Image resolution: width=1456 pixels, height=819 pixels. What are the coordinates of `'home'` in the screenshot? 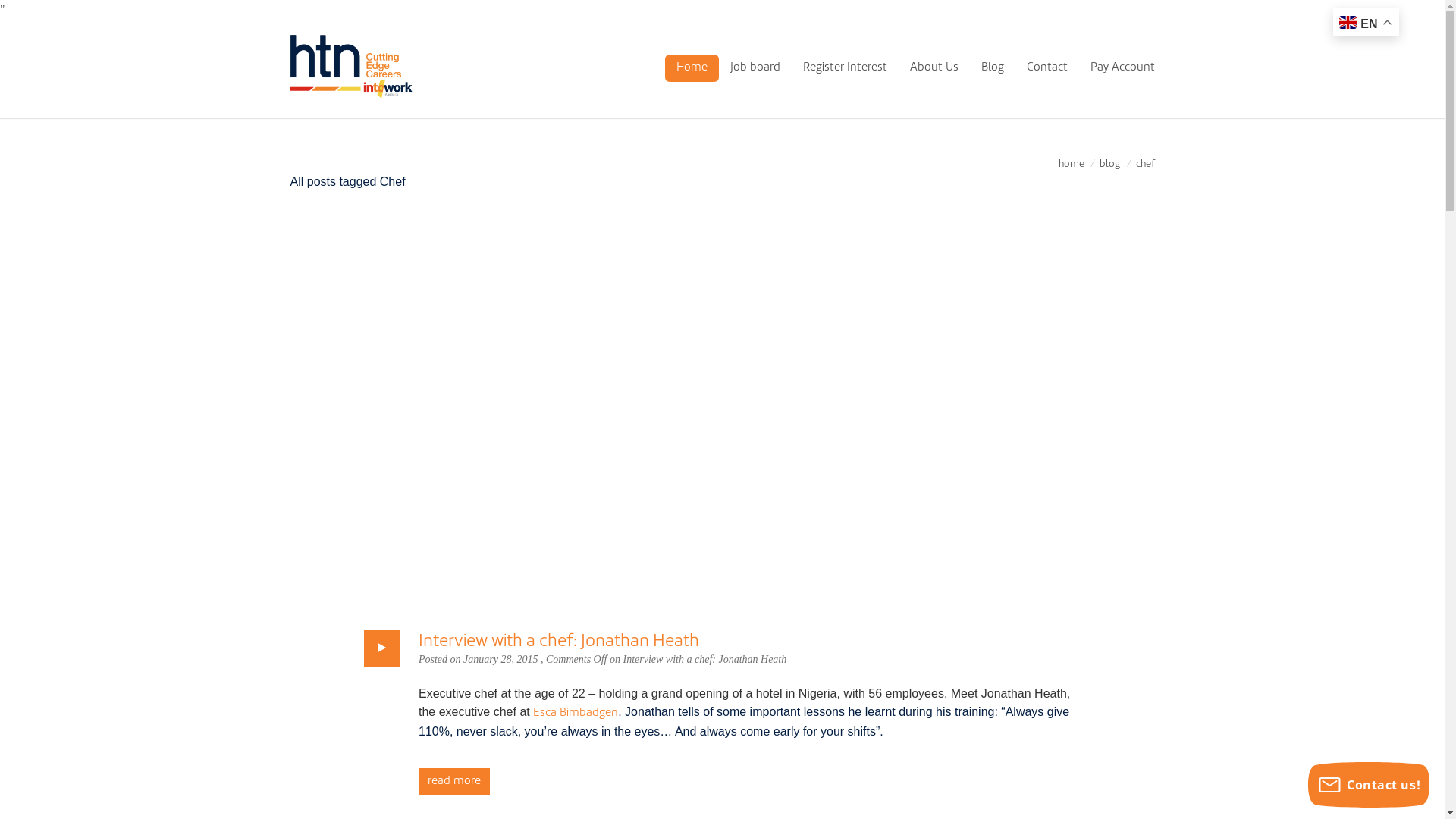 It's located at (1070, 164).